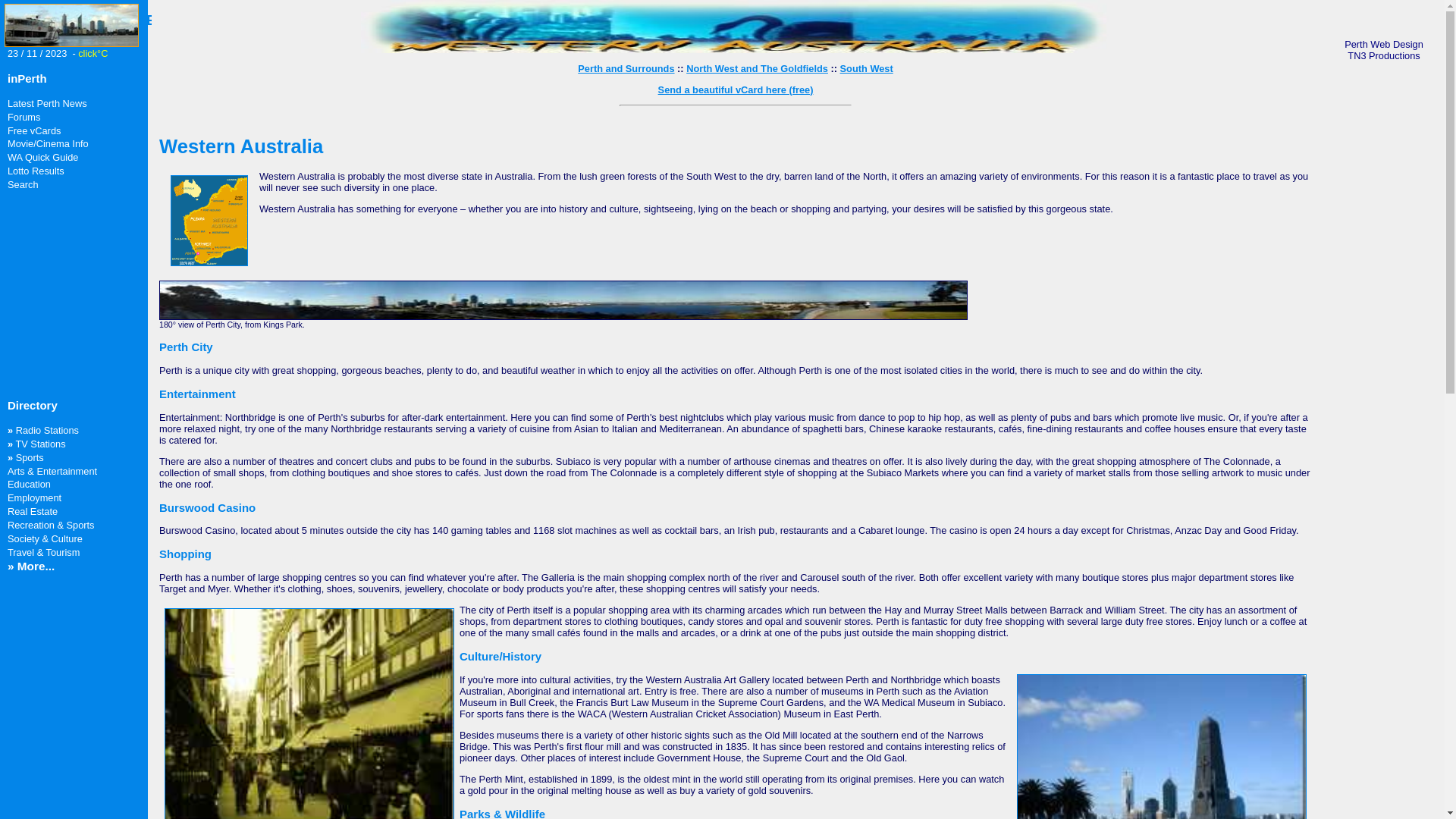  What do you see at coordinates (47, 102) in the screenshot?
I see `'Latest Perth News'` at bounding box center [47, 102].